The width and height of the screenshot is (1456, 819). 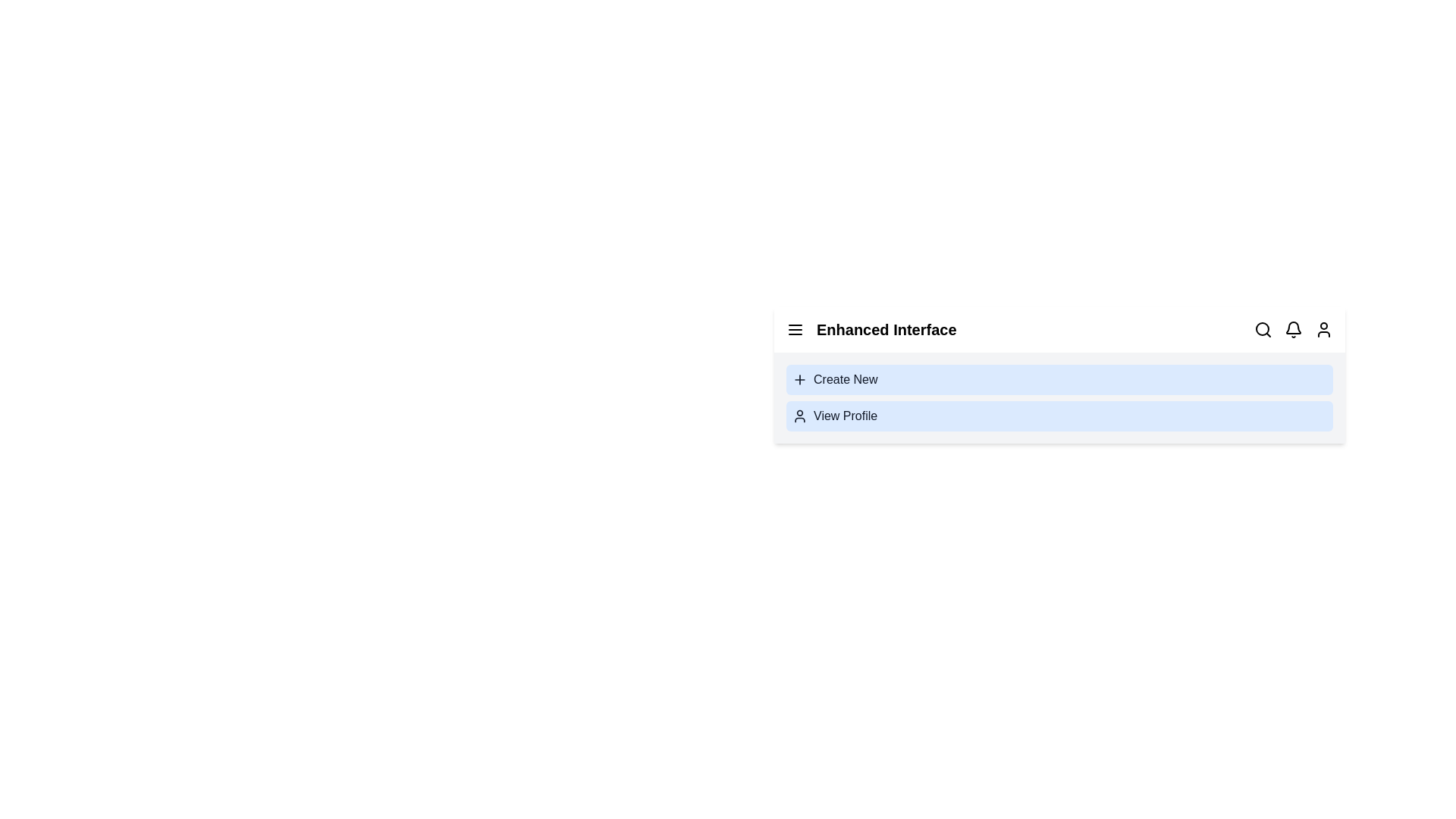 What do you see at coordinates (1263, 329) in the screenshot?
I see `the interactive element specified by search_icon` at bounding box center [1263, 329].